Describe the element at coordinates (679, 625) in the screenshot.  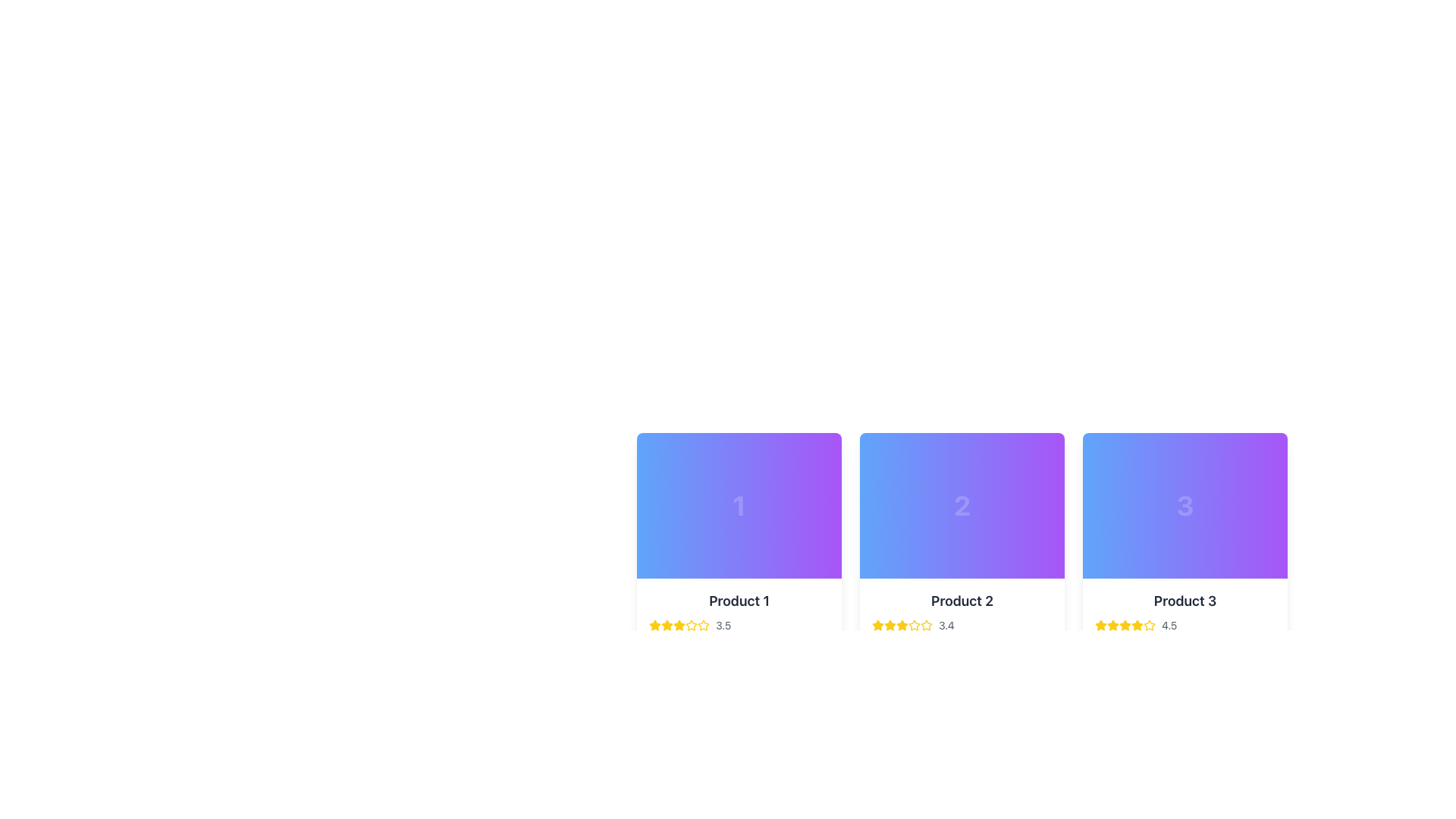
I see `the third star in the five-star rating system below the 'Product 1' card` at that location.